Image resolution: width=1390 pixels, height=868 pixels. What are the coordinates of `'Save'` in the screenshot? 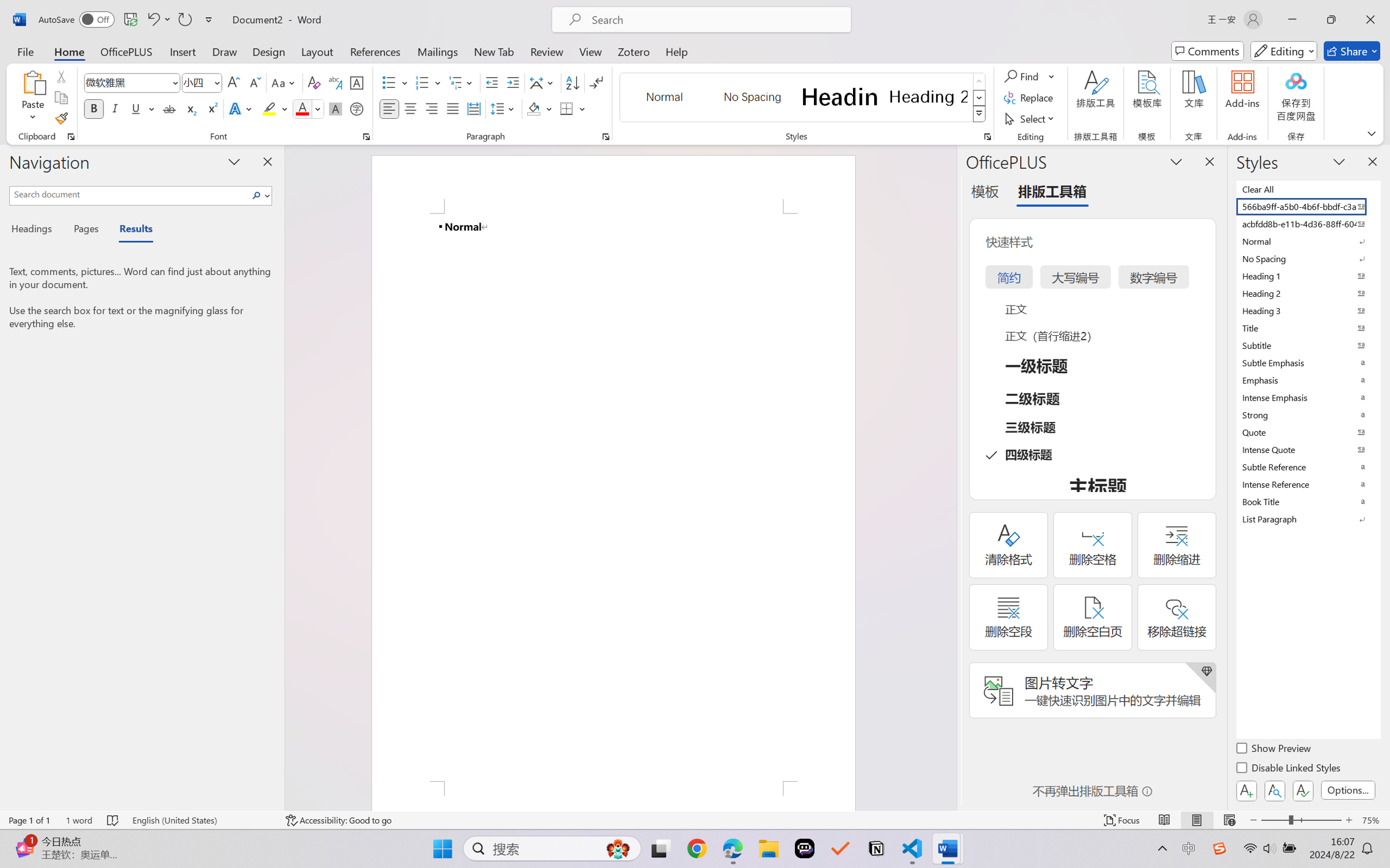 It's located at (130, 19).